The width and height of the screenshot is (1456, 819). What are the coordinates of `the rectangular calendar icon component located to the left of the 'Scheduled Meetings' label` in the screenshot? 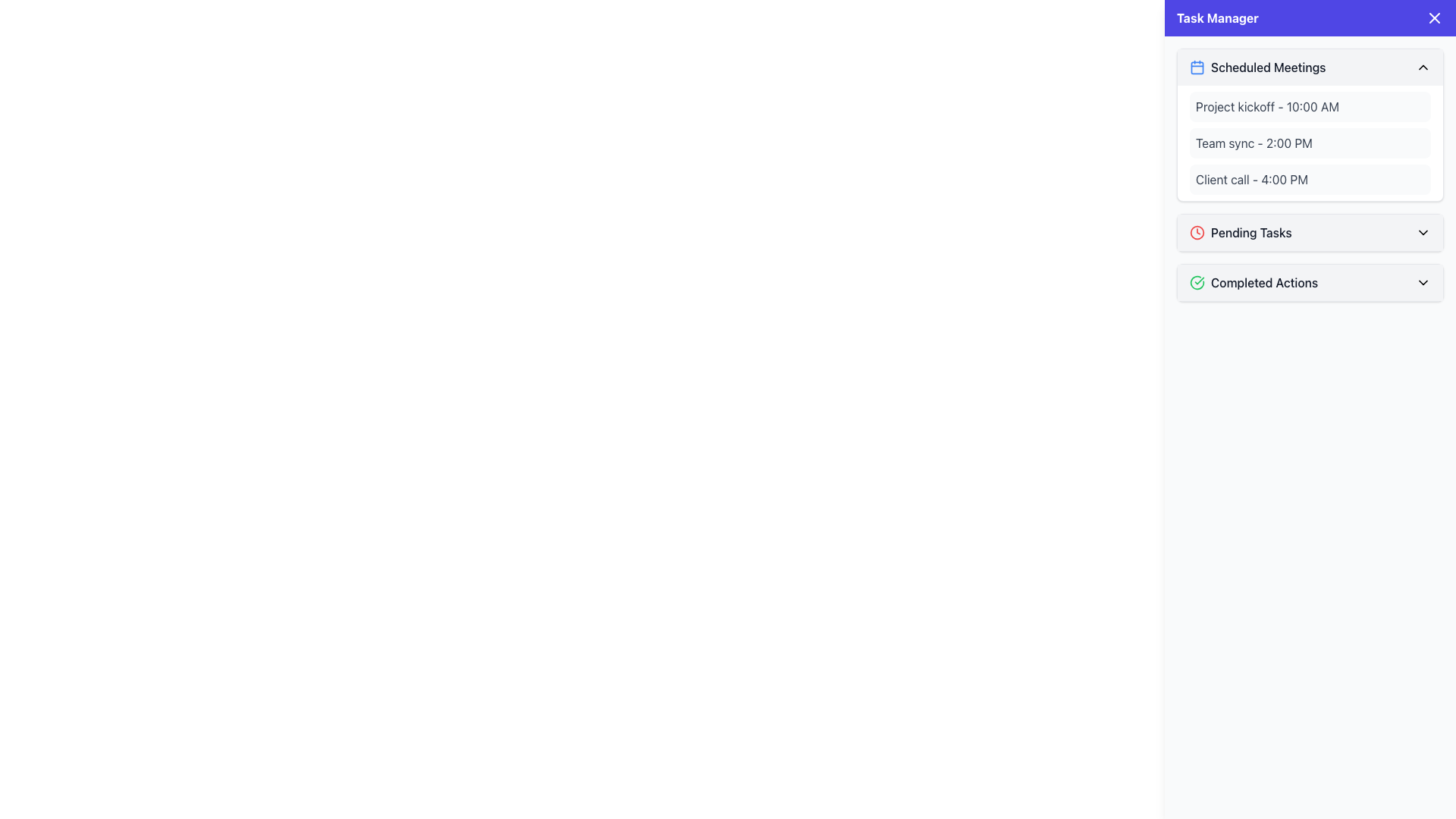 It's located at (1197, 66).